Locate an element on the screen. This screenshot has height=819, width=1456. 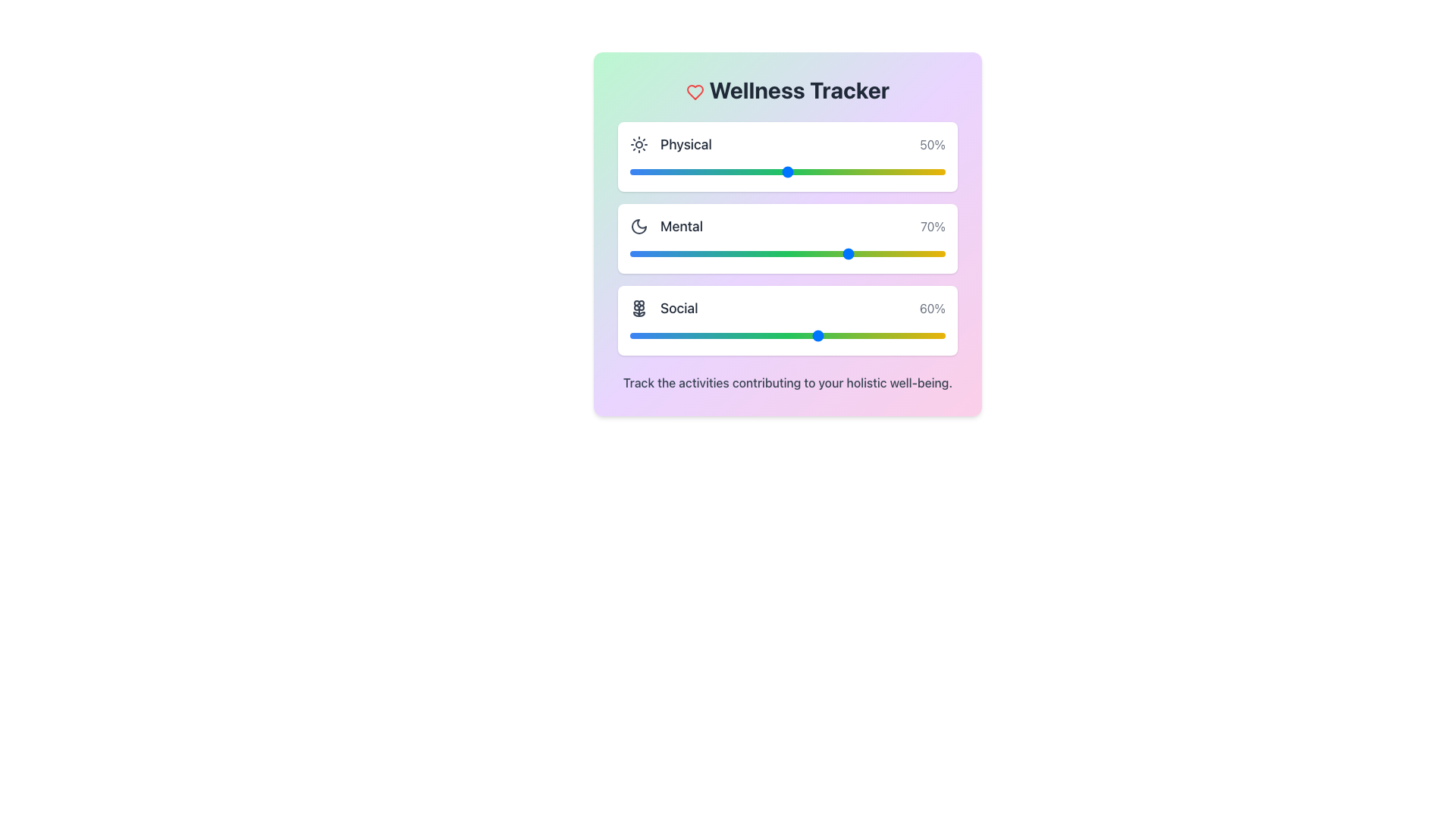
the 'Physical' text label that indicates the first progress bar in the wellness tracker, which is located under the 'Wellness Tracker' heading and adjacent to a sun-like symbol and the text '50%' is located at coordinates (685, 145).